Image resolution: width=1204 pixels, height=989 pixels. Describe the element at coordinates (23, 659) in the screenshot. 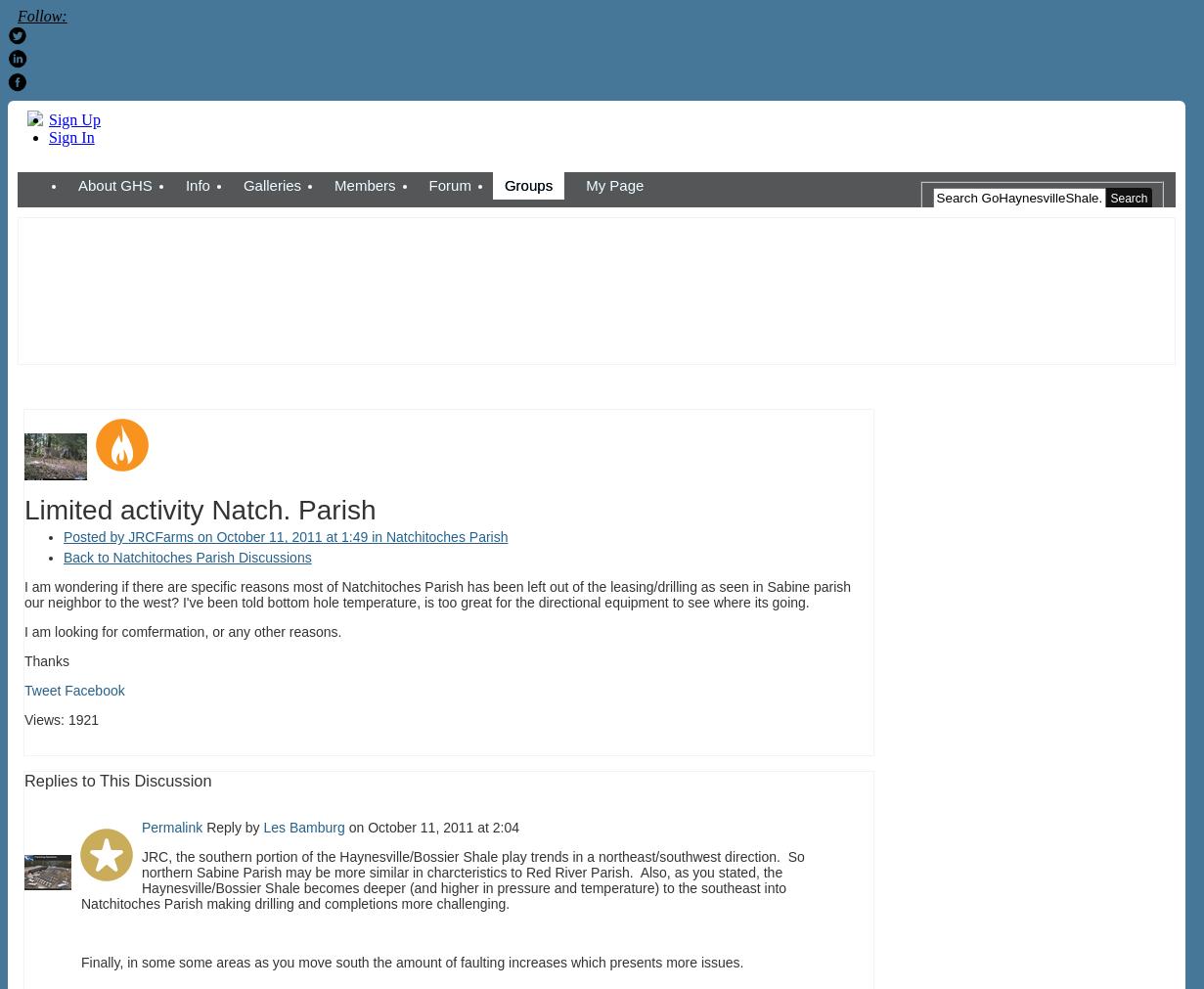

I see `'Thanks'` at that location.